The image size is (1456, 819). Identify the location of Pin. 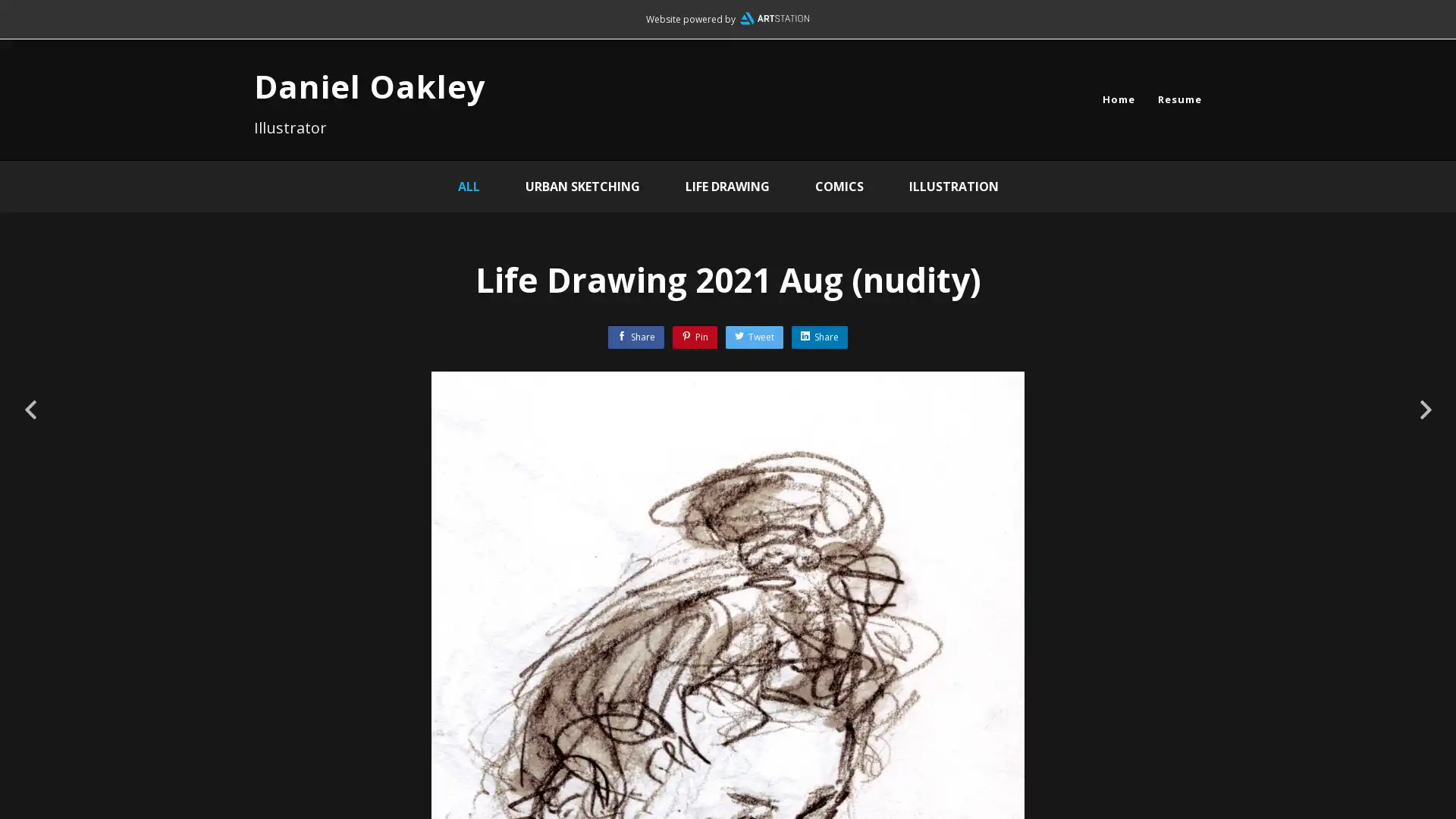
(694, 336).